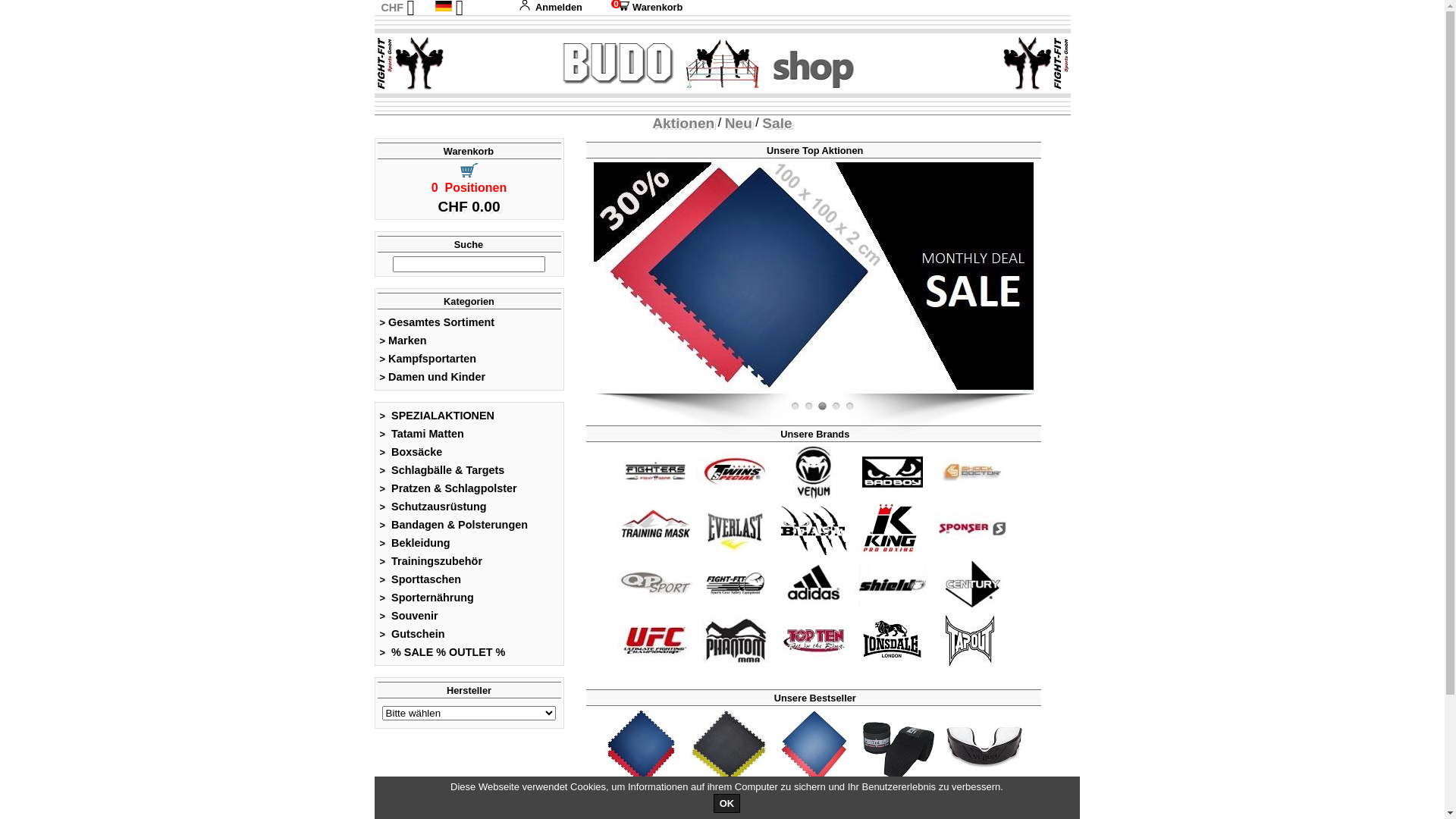  What do you see at coordinates (378, 616) in the screenshot?
I see `'>  Souvenir'` at bounding box center [378, 616].